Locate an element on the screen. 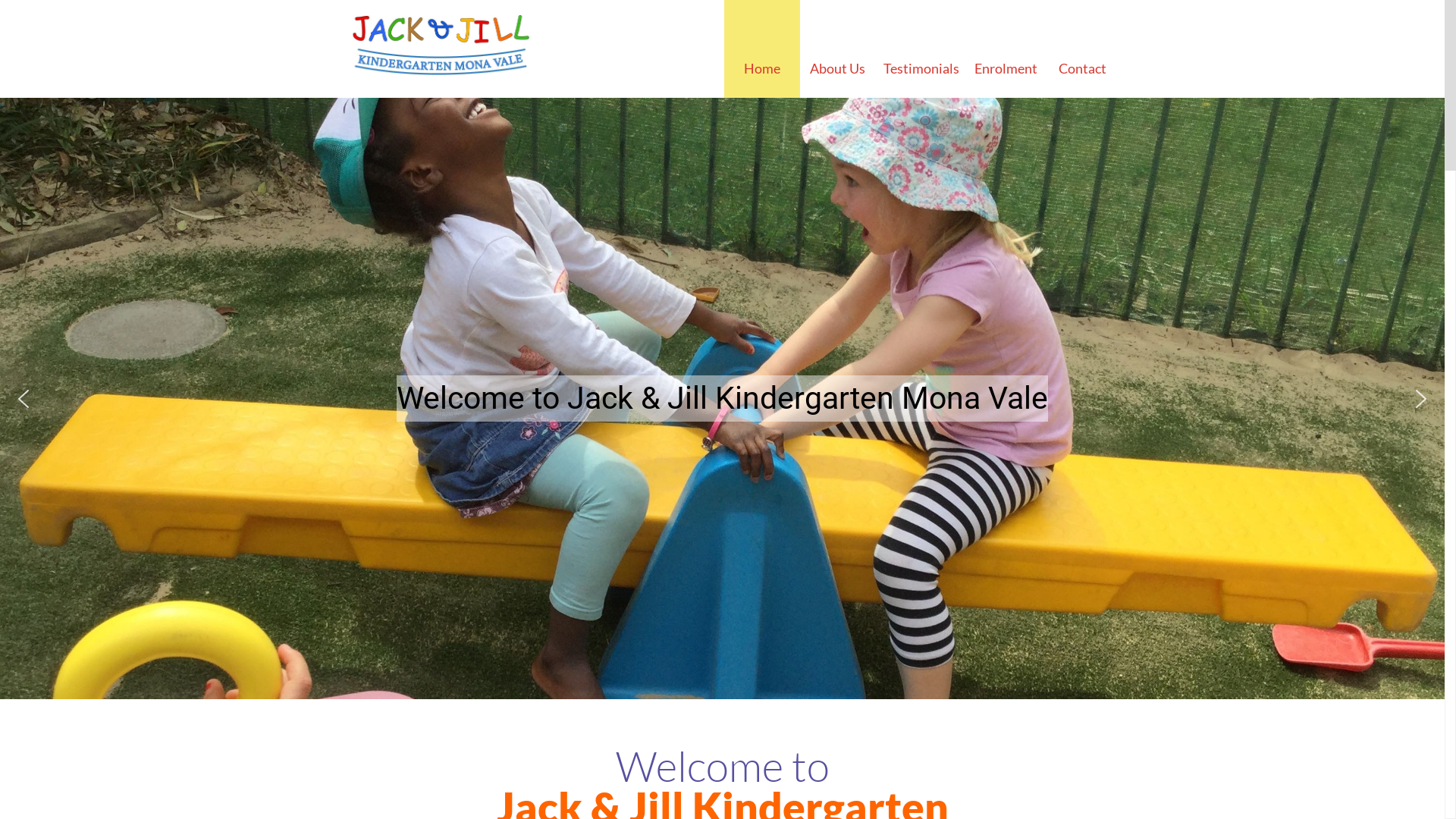 Image resolution: width=1456 pixels, height=819 pixels. 'Home' is located at coordinates (761, 48).